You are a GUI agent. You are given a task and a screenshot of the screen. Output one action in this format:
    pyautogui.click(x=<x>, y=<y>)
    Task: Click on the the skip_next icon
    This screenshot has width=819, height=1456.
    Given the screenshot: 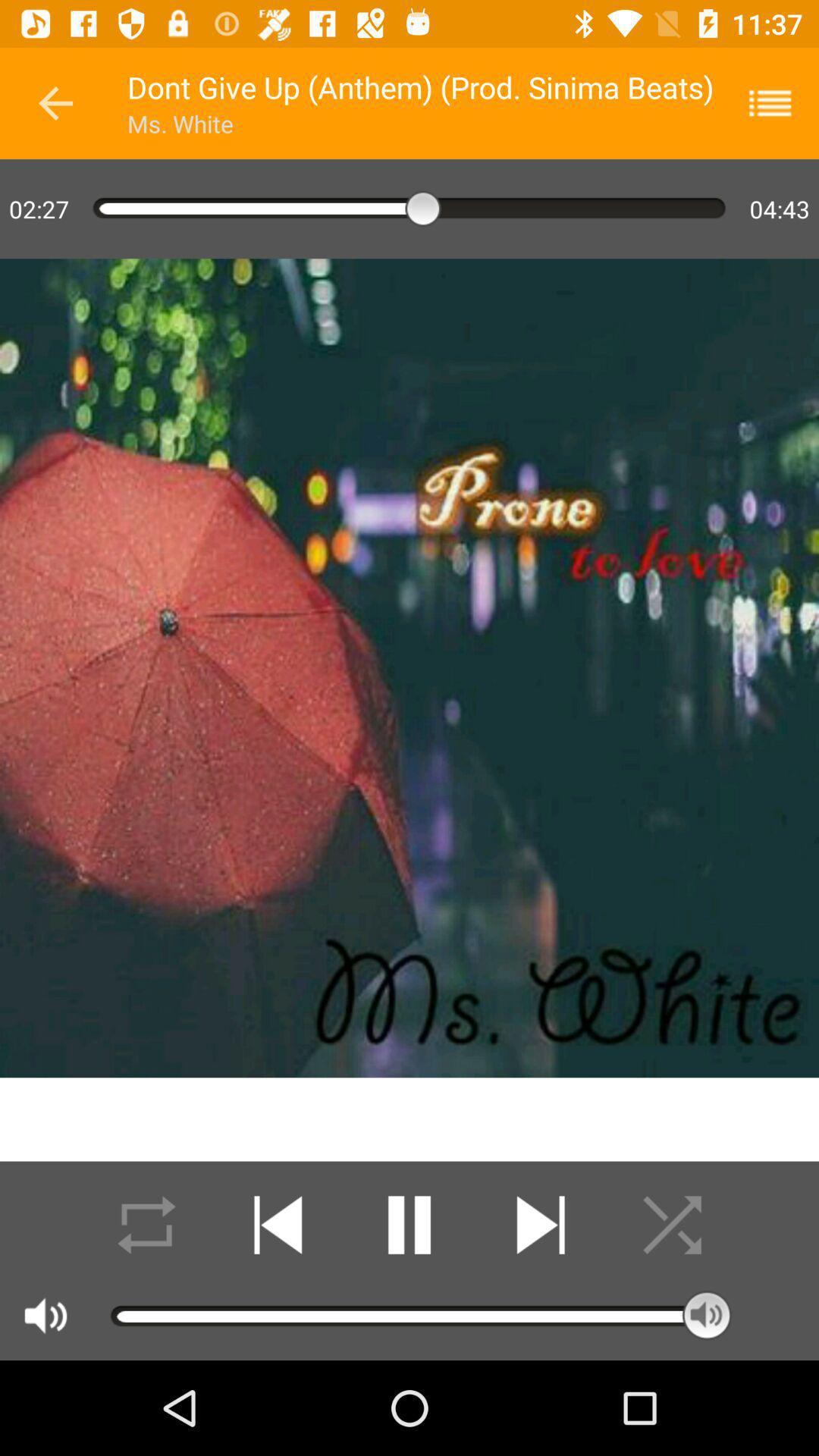 What is the action you would take?
    pyautogui.click(x=540, y=1225)
    